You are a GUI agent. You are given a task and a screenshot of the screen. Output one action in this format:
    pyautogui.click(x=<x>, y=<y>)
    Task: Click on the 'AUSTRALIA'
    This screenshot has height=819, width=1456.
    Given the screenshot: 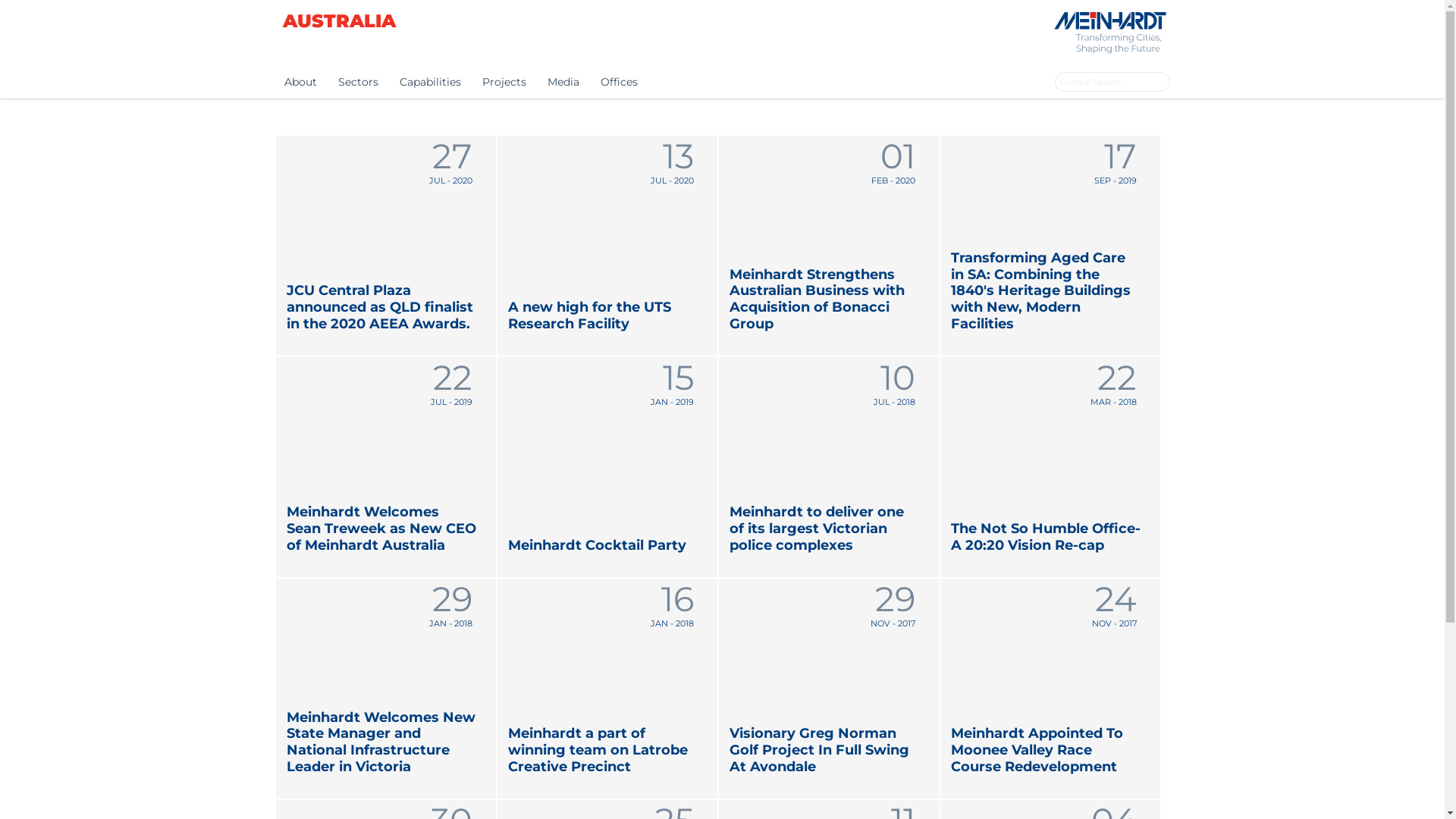 What is the action you would take?
    pyautogui.click(x=337, y=20)
    